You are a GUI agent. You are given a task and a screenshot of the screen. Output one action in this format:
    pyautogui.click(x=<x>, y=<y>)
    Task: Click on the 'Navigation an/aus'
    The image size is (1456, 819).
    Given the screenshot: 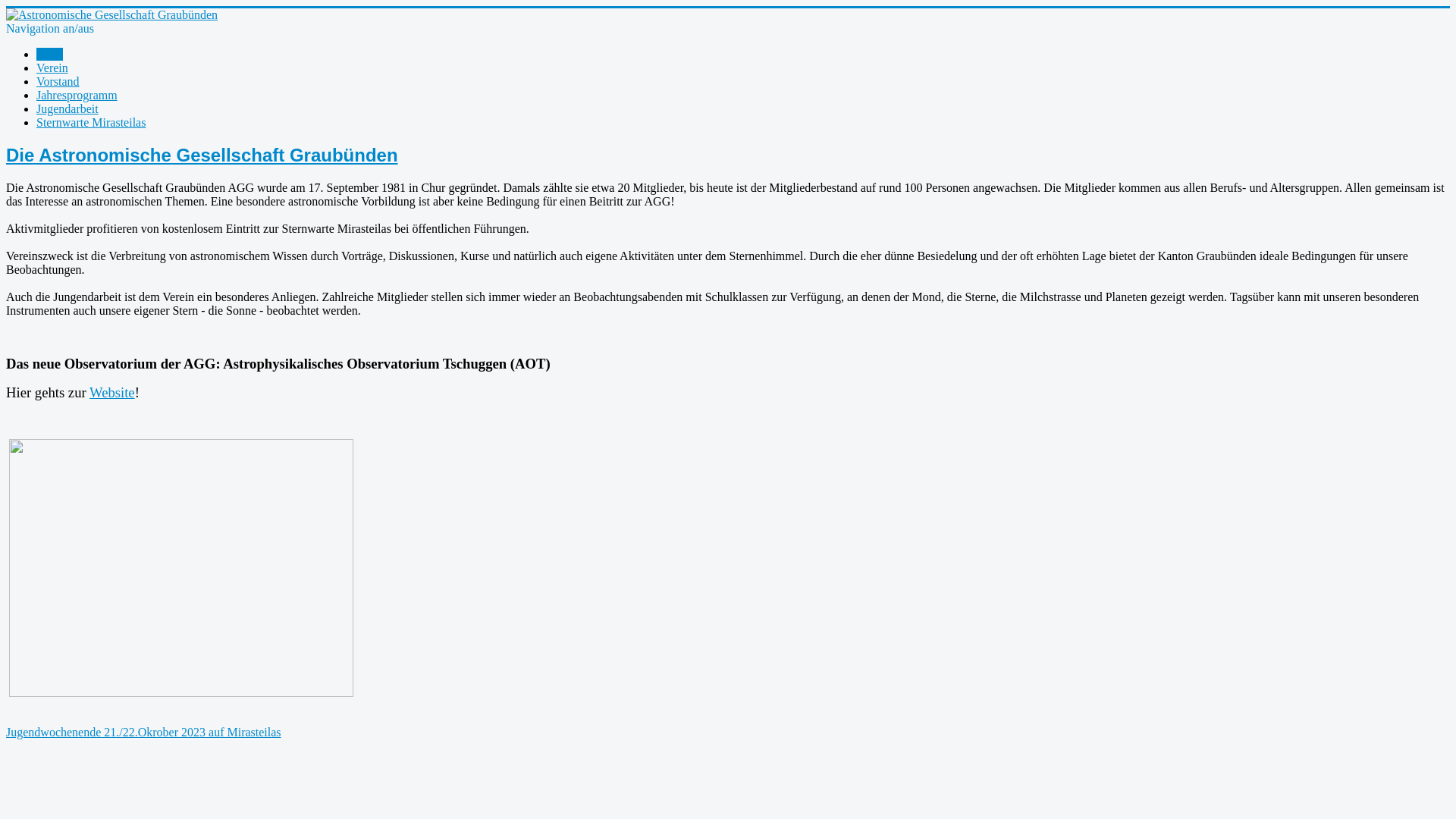 What is the action you would take?
    pyautogui.click(x=50, y=28)
    